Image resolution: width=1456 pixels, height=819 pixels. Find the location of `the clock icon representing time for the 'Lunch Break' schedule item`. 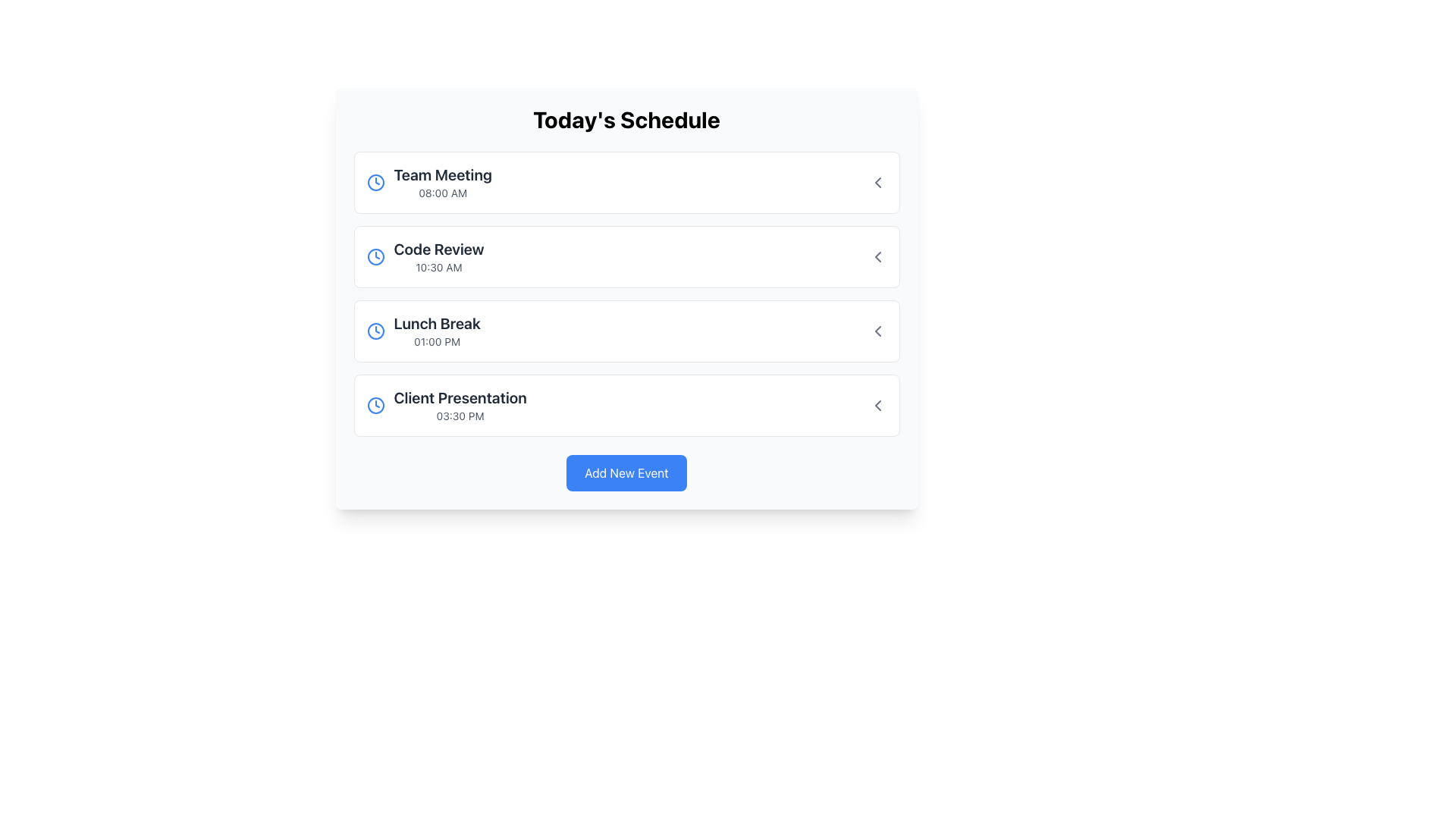

the clock icon representing time for the 'Lunch Break' schedule item is located at coordinates (375, 330).